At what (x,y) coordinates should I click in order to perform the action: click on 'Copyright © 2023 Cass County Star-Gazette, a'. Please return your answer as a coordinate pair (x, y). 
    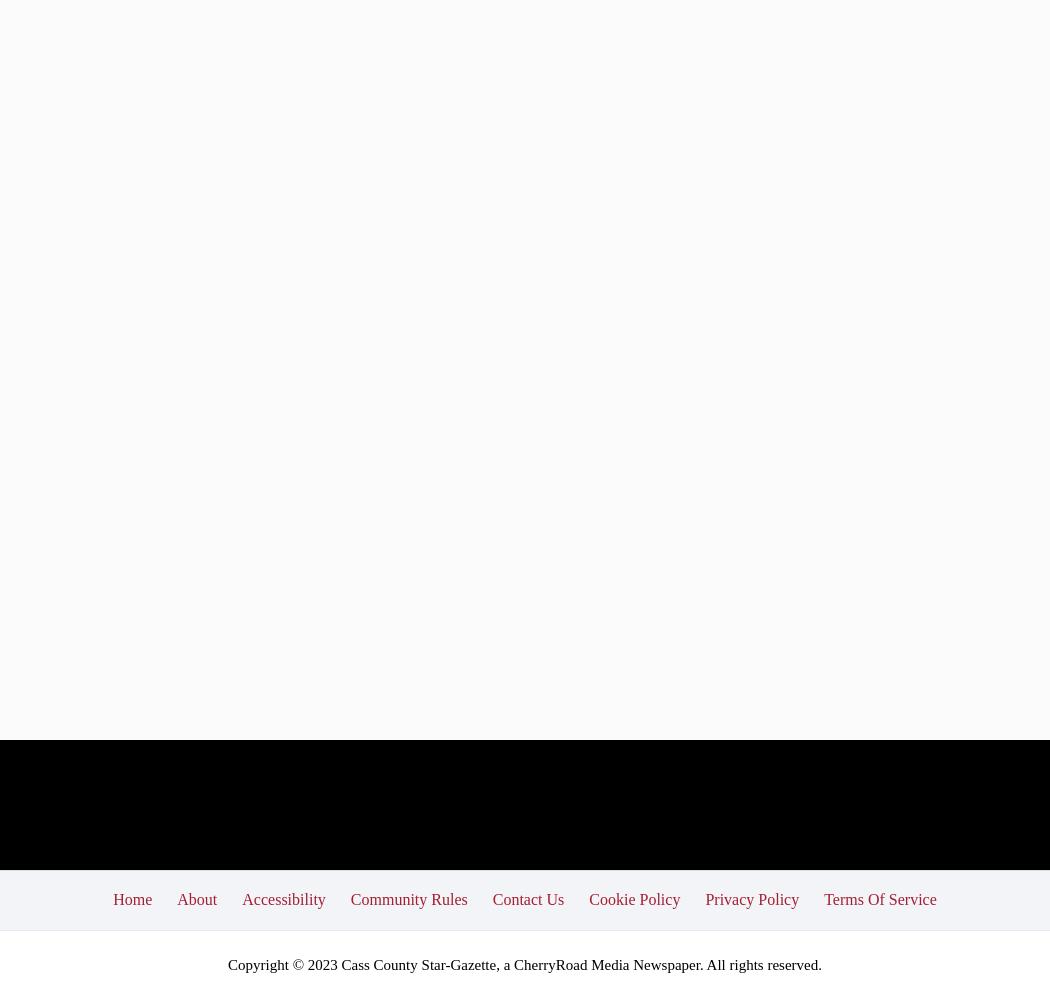
    Looking at the image, I should click on (369, 963).